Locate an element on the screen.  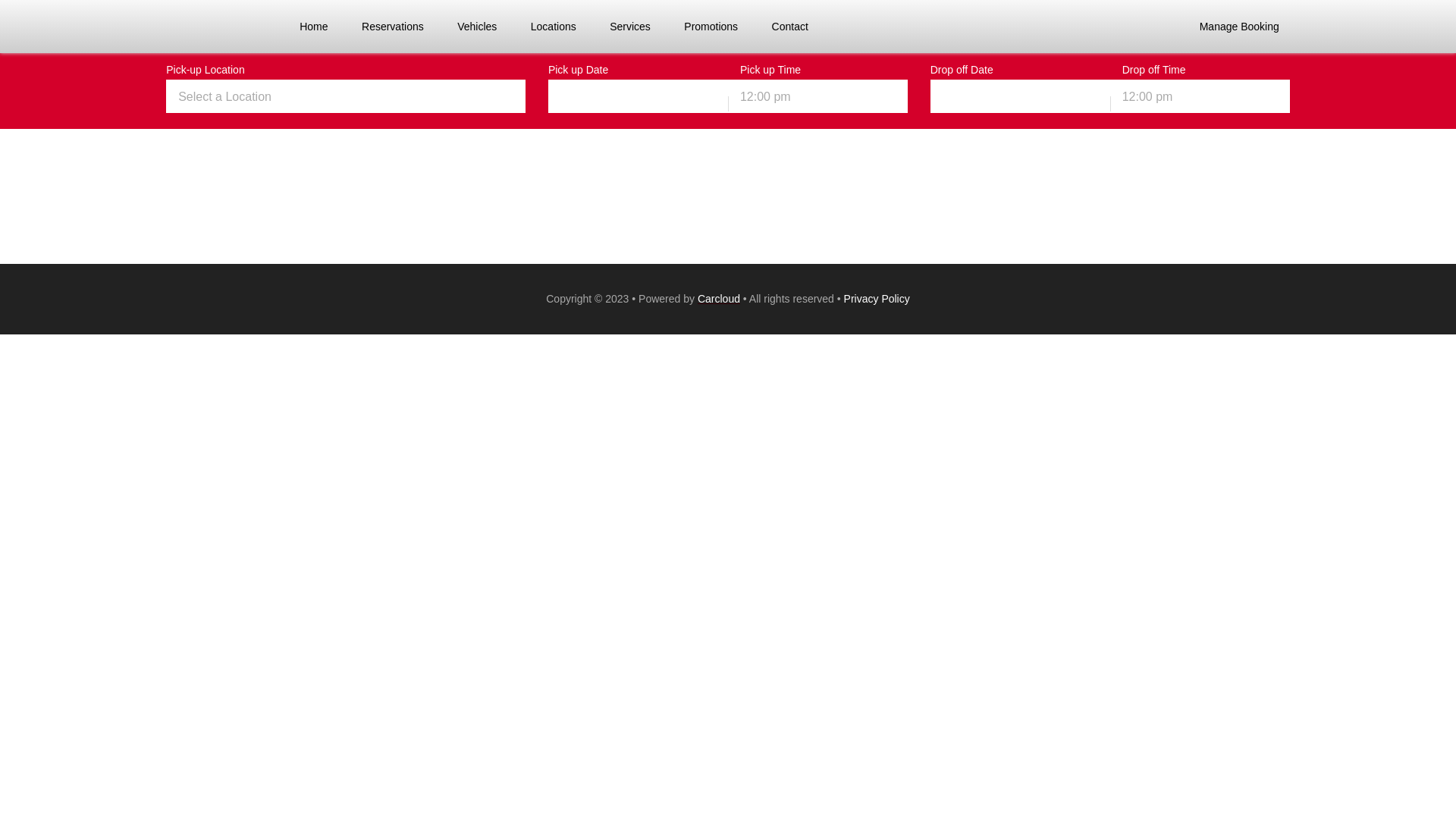
'Carcloud' is located at coordinates (718, 298).